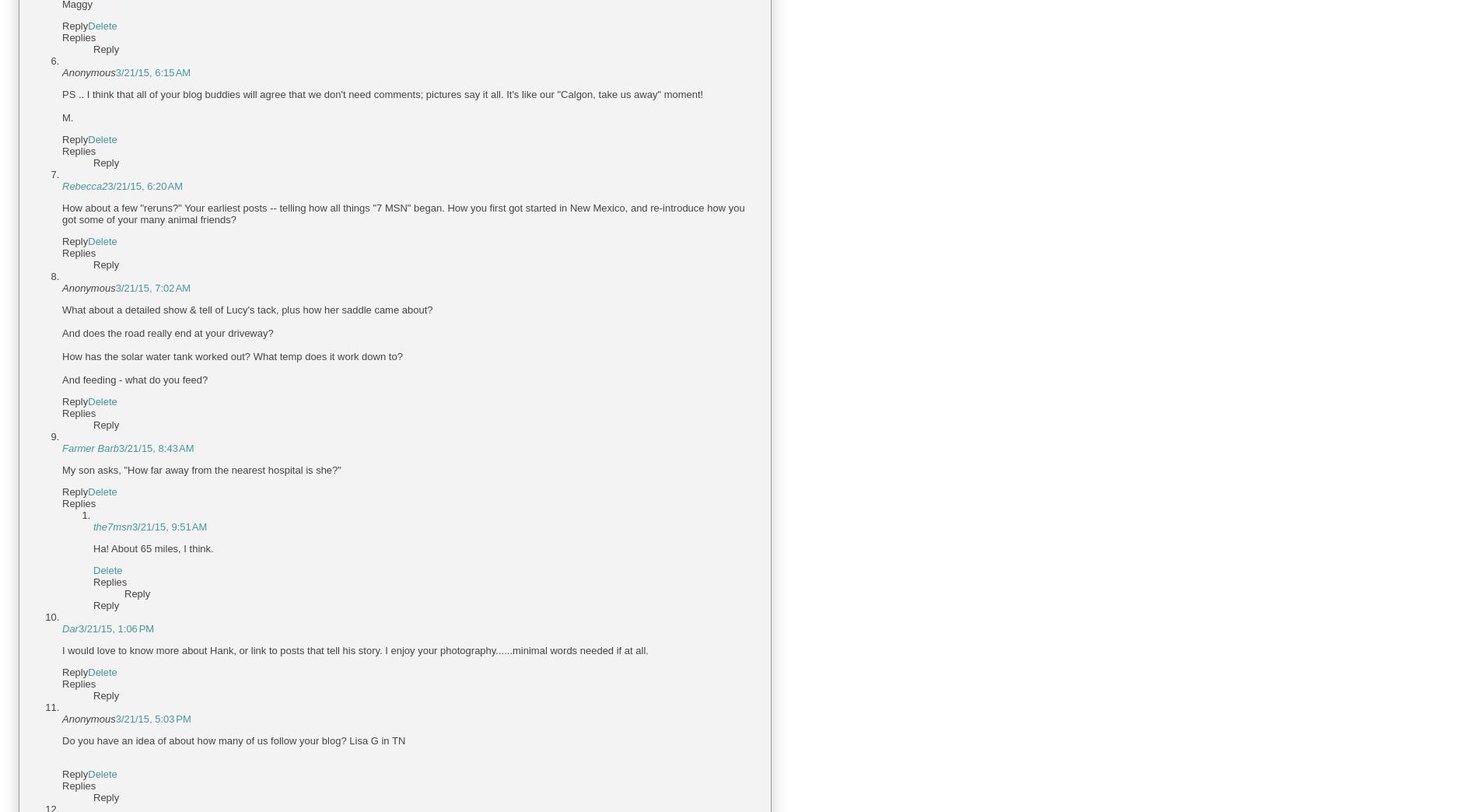 This screenshot has height=812, width=1484. What do you see at coordinates (155, 447) in the screenshot?
I see `'3/21/15, 8:43 AM'` at bounding box center [155, 447].